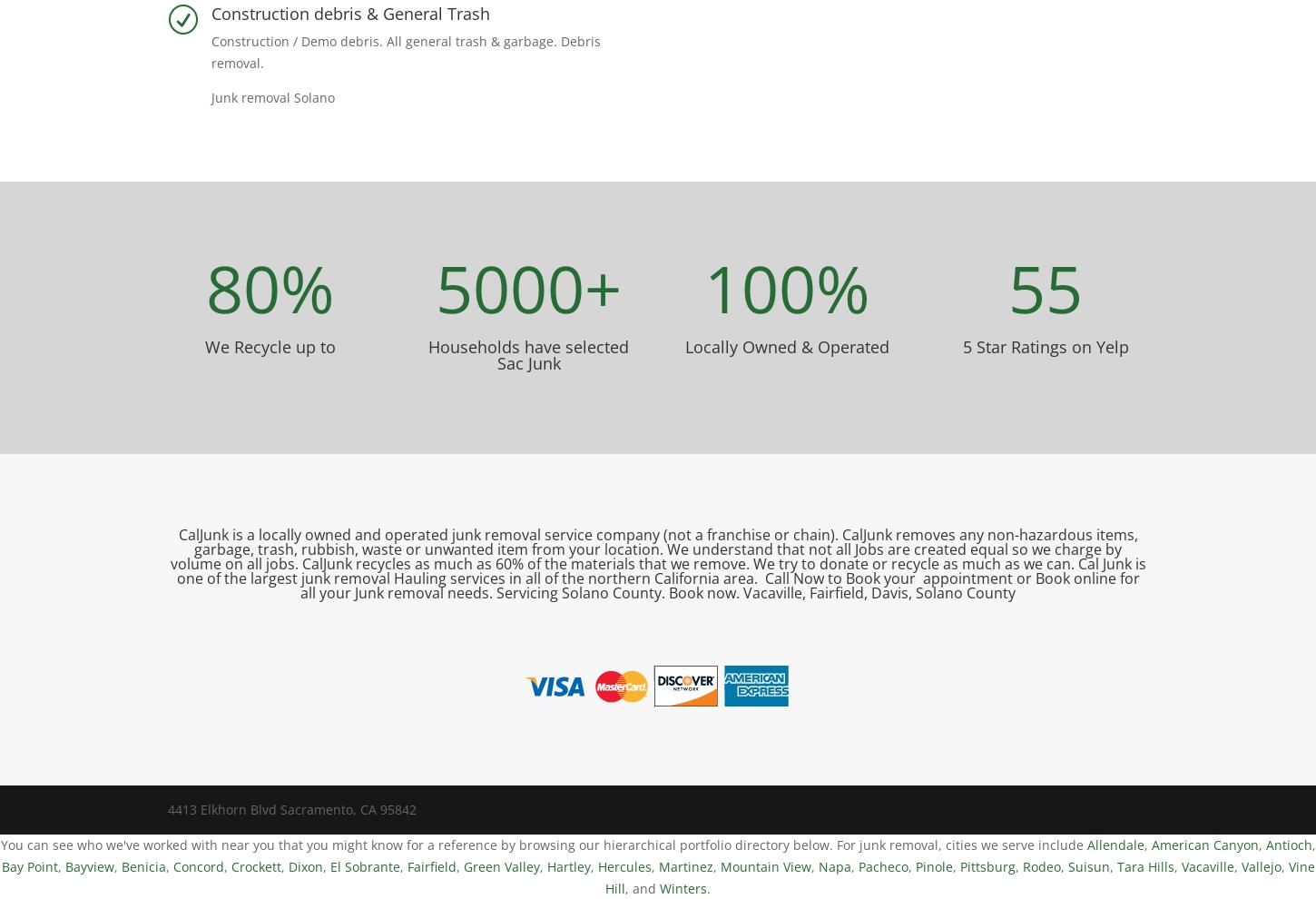  What do you see at coordinates (1287, 844) in the screenshot?
I see `'Antioch'` at bounding box center [1287, 844].